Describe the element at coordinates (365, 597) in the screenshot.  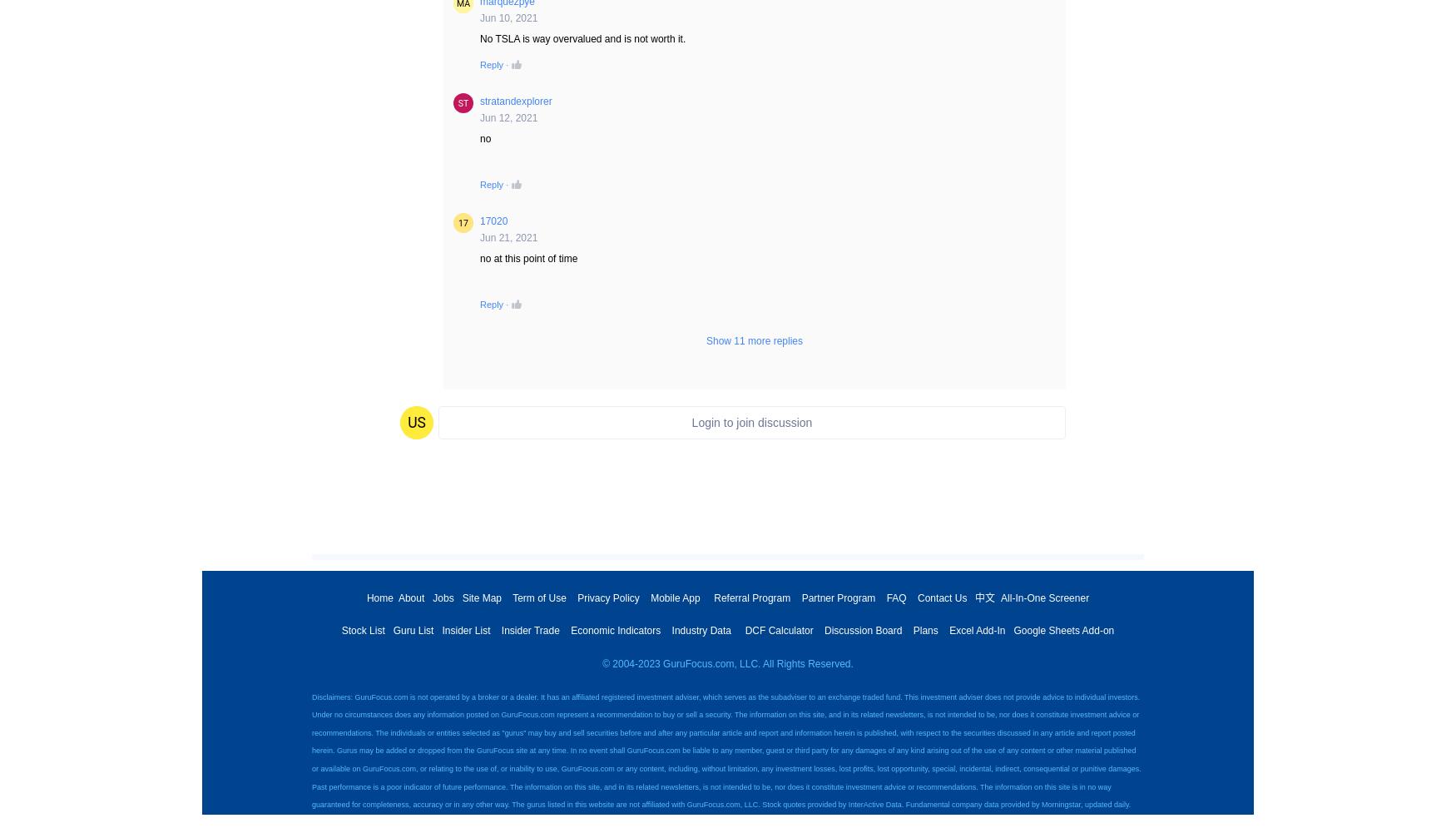
I see `'Home'` at that location.